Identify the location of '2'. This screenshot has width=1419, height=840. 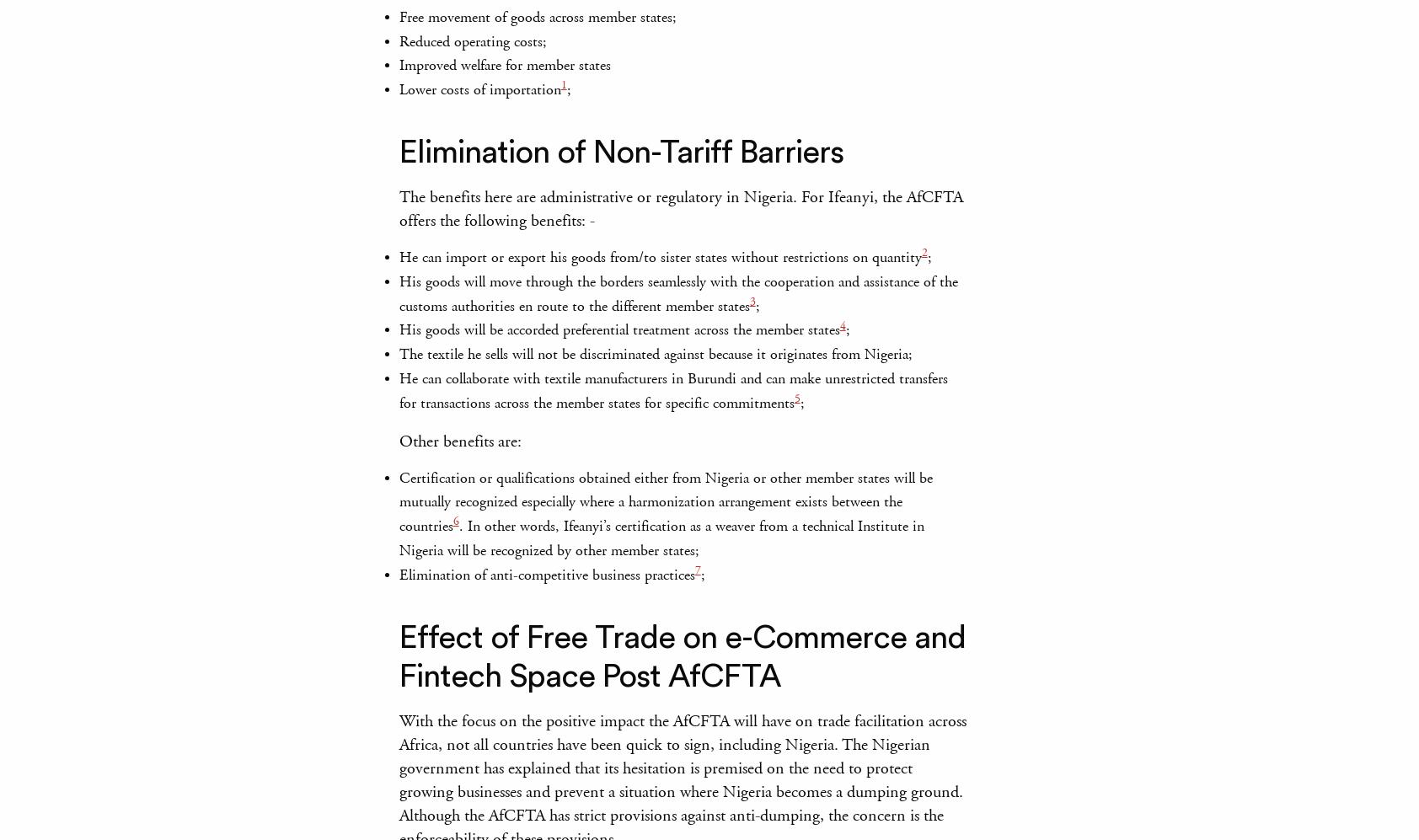
(924, 253).